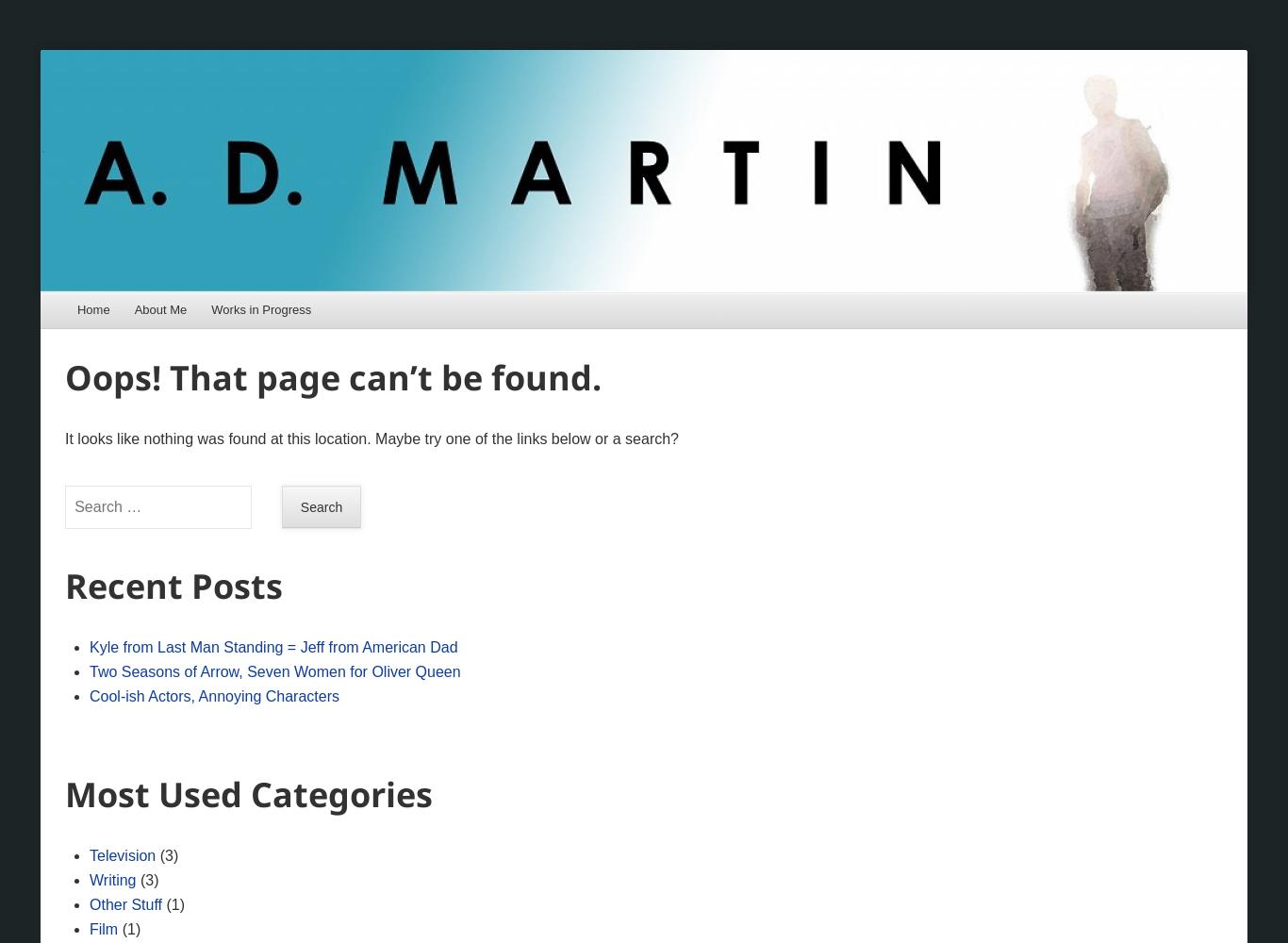 The height and width of the screenshot is (943, 1288). Describe the element at coordinates (104, 315) in the screenshot. I see `'Menu'` at that location.